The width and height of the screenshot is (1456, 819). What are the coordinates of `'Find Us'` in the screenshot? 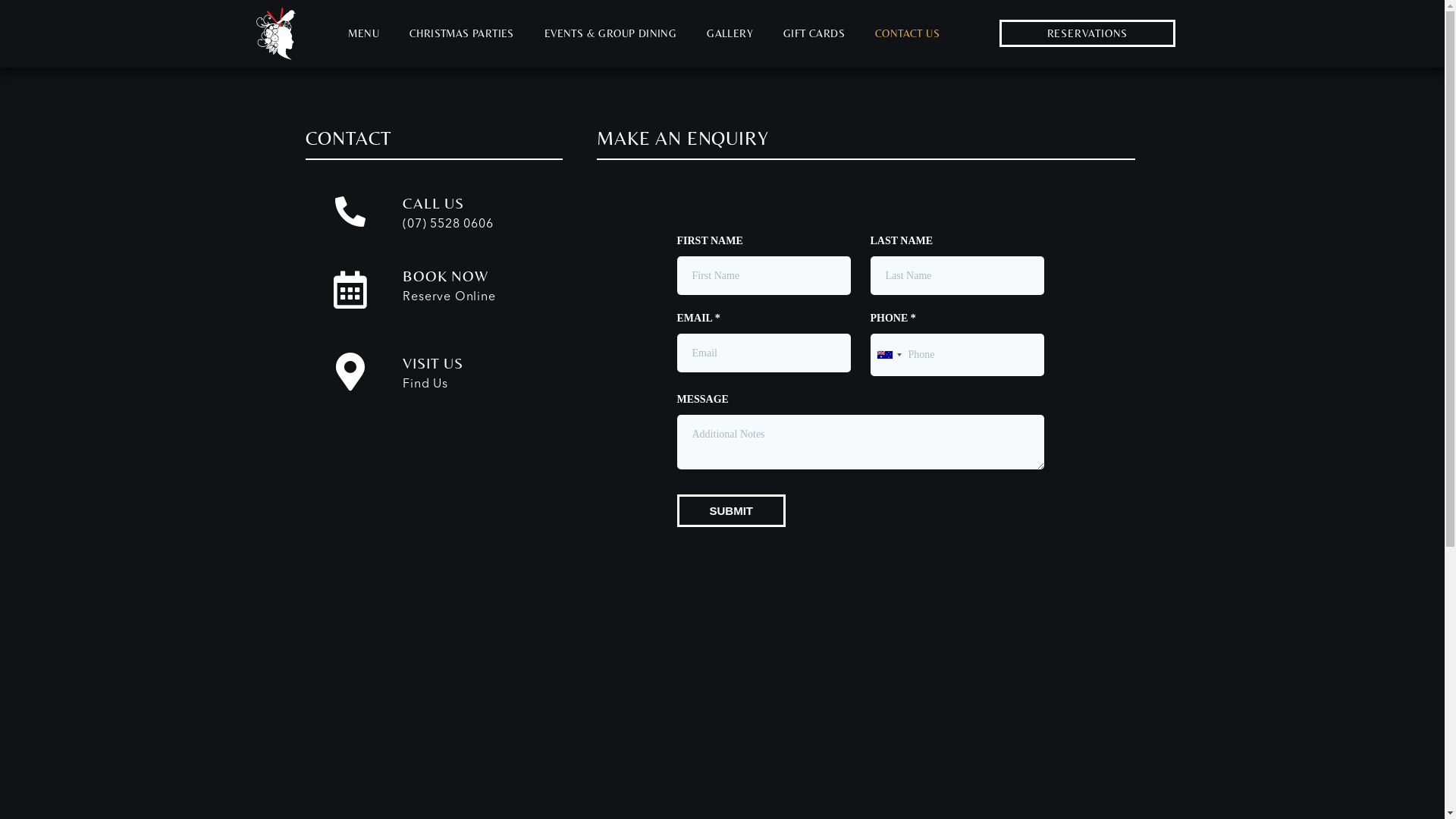 It's located at (425, 383).